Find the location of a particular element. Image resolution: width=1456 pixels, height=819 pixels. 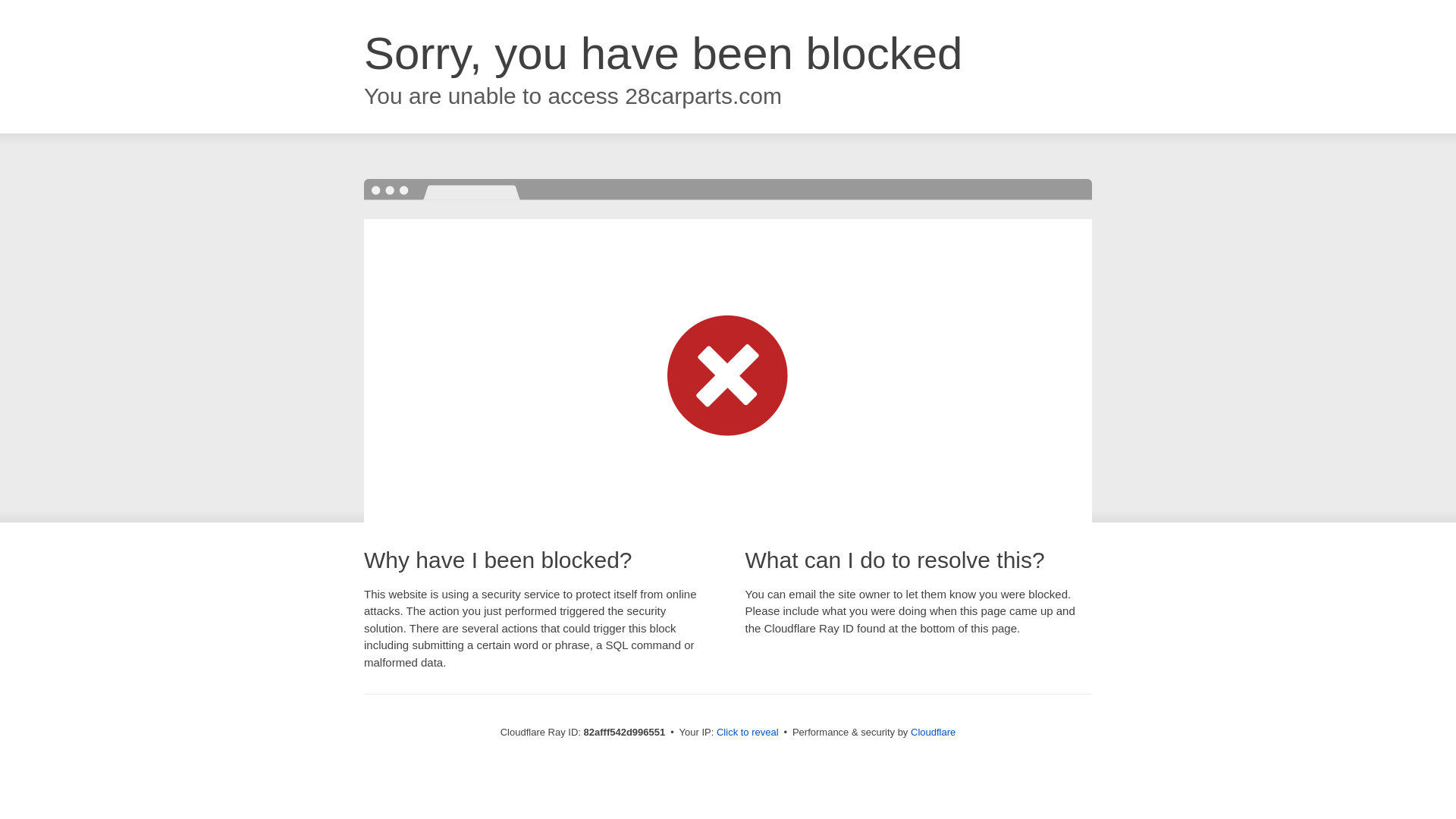

'Cloudflare' is located at coordinates (932, 731).